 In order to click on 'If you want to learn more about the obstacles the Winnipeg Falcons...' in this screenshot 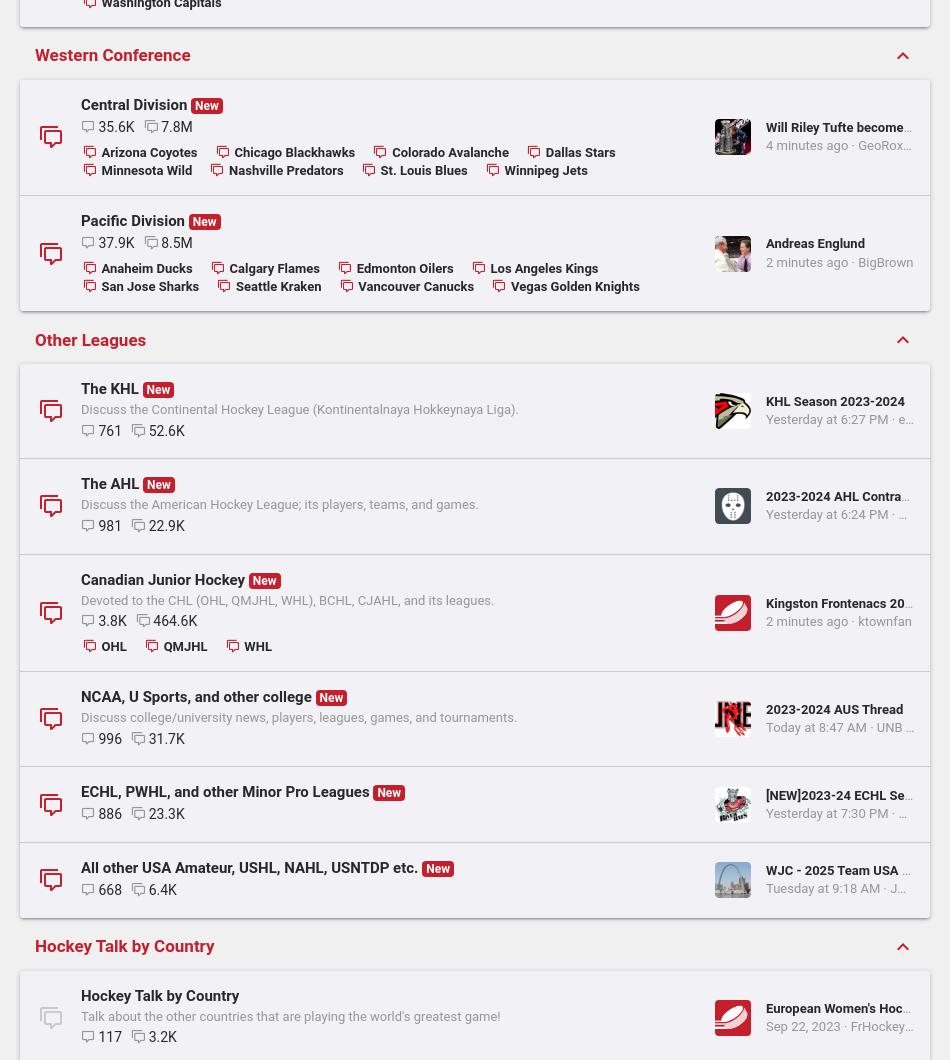, I will do `click(783, 273)`.